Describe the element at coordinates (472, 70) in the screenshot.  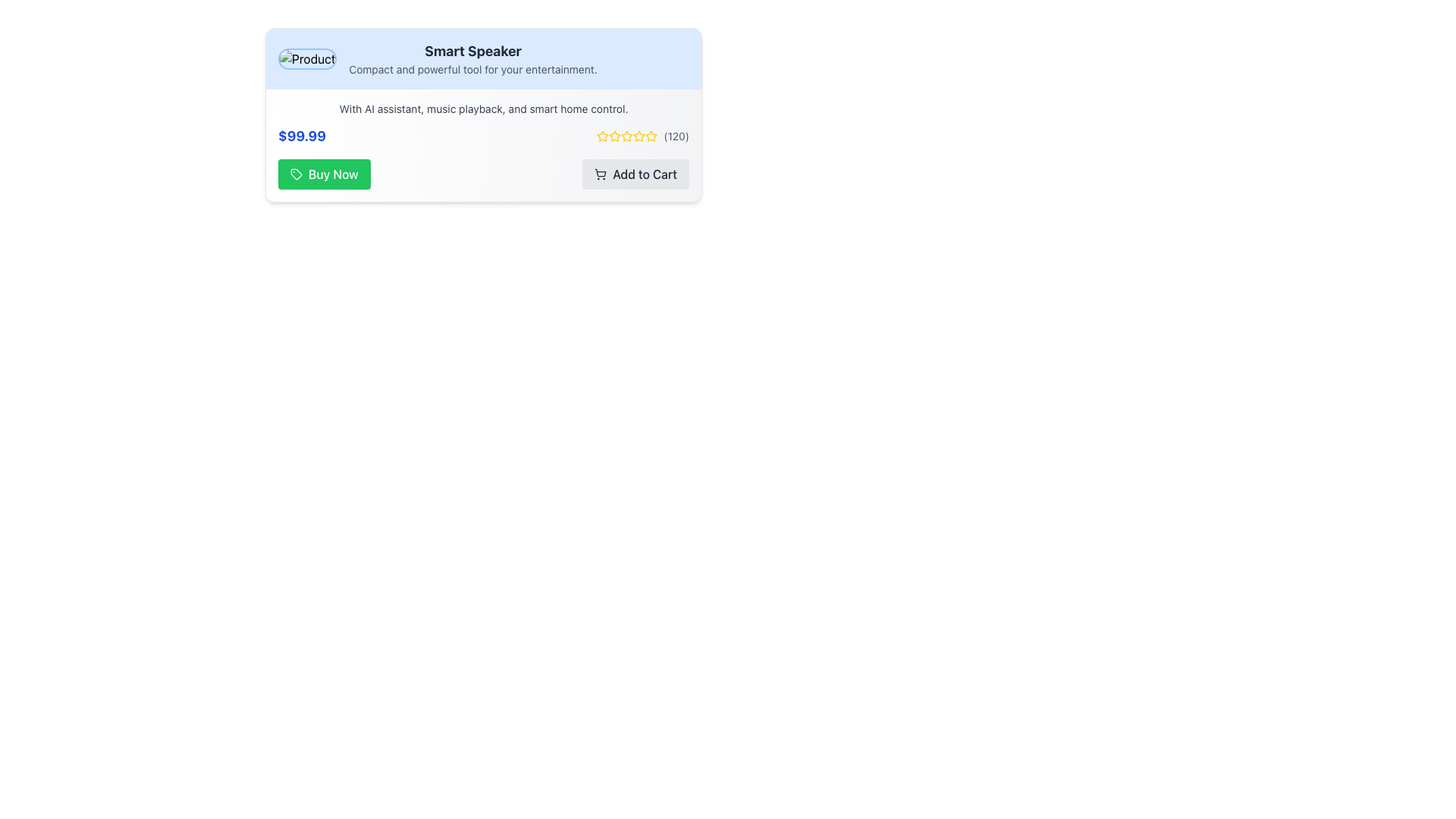
I see `the text label displaying 'Compact and powerful tool for your entertainment.' which is positioned under the title 'Smart Speaker'` at that location.